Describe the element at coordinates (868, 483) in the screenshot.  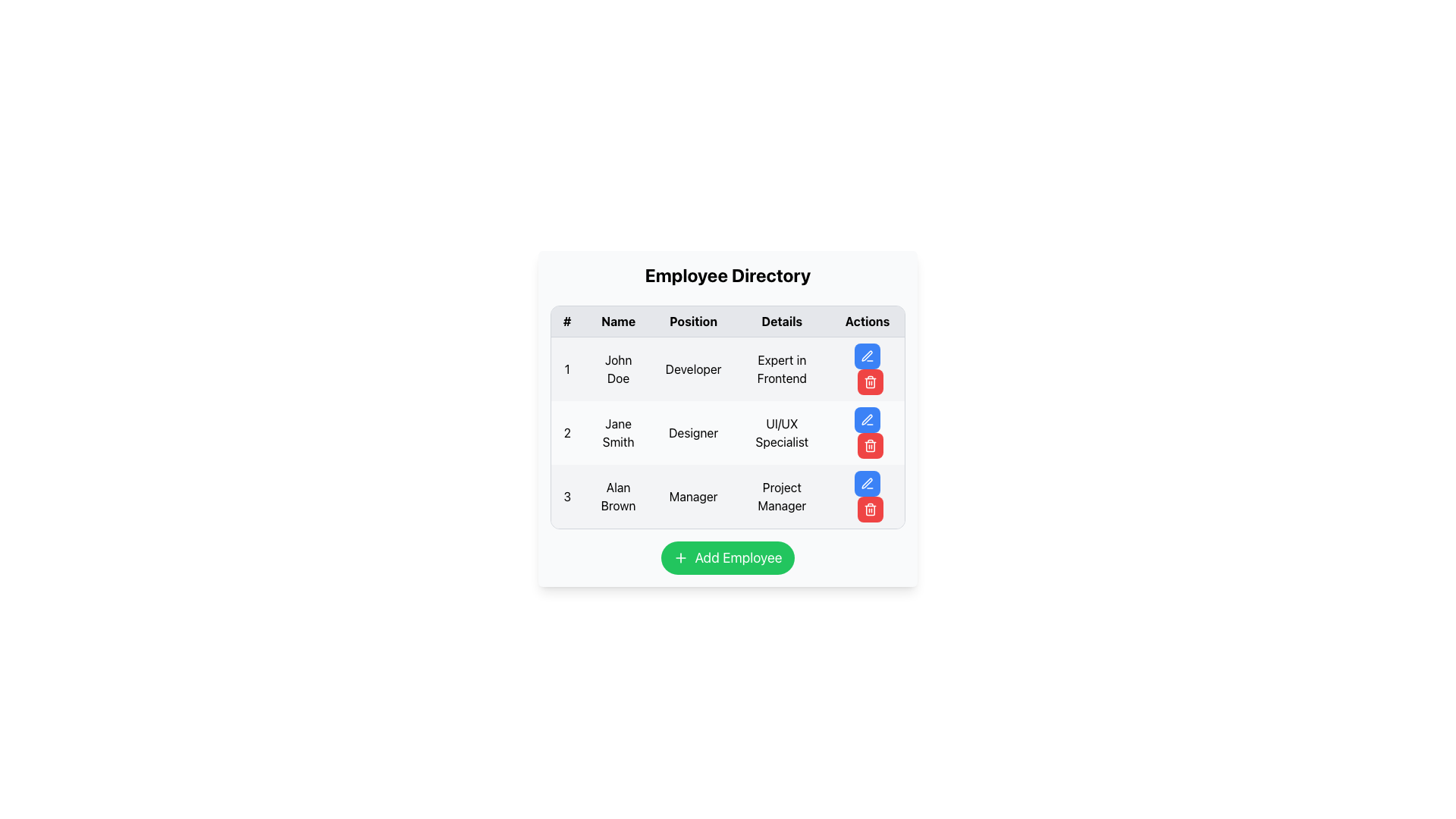
I see `the button with a pen icon on a blue background located in the 'Actions' column for 'Alan Brown'` at that location.